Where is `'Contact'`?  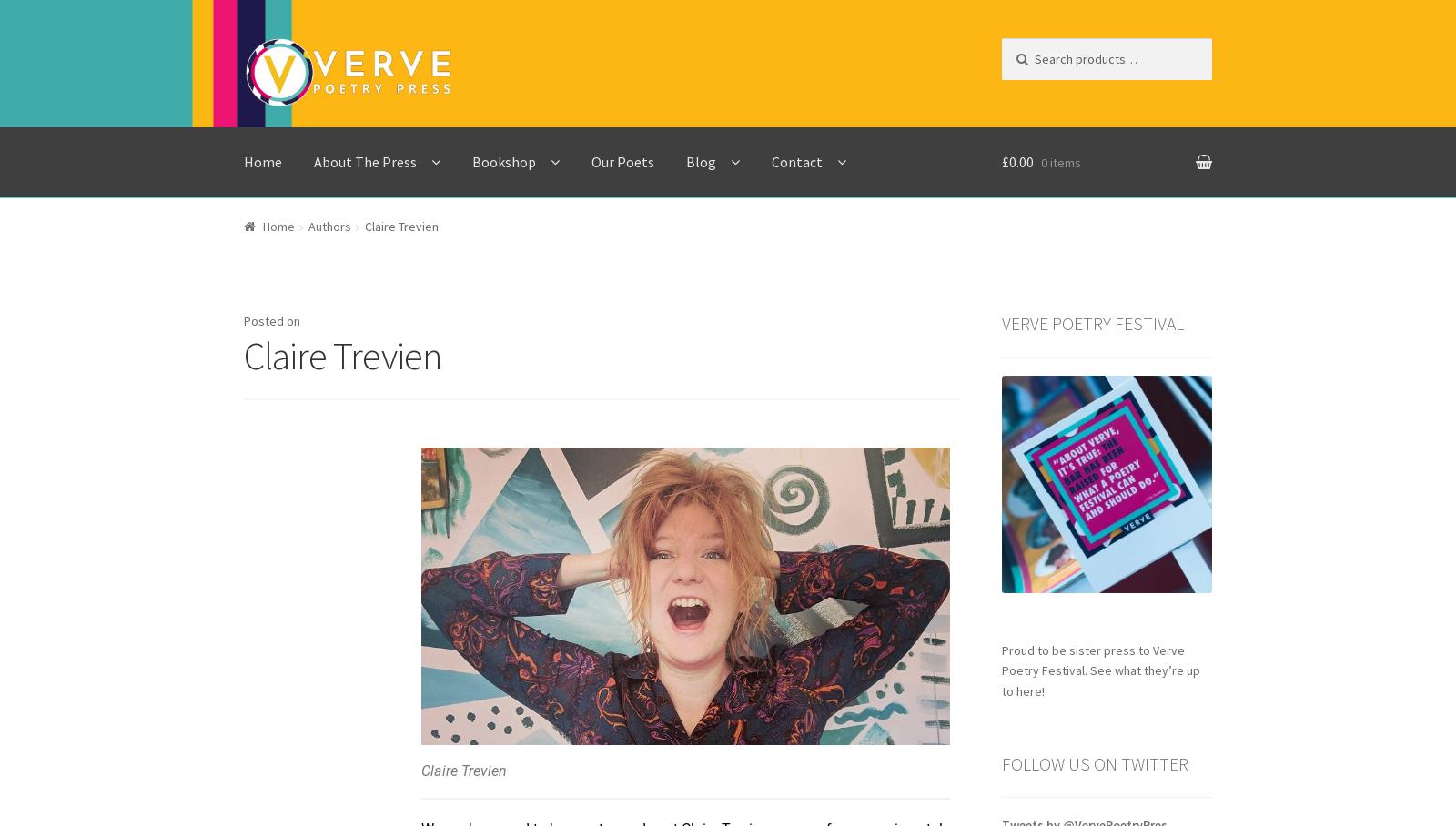
'Contact' is located at coordinates (796, 159).